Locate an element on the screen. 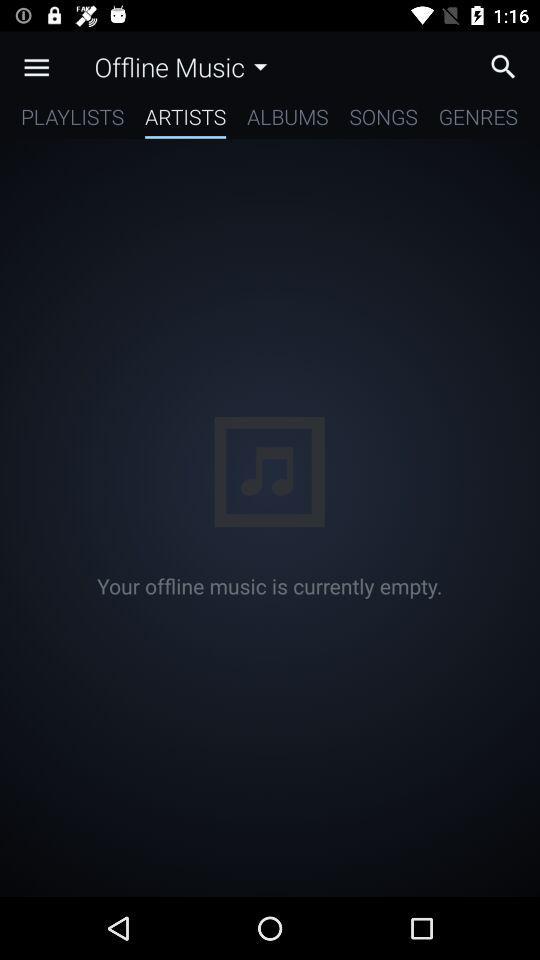 Image resolution: width=540 pixels, height=960 pixels. item to the left of the albums is located at coordinates (185, 120).